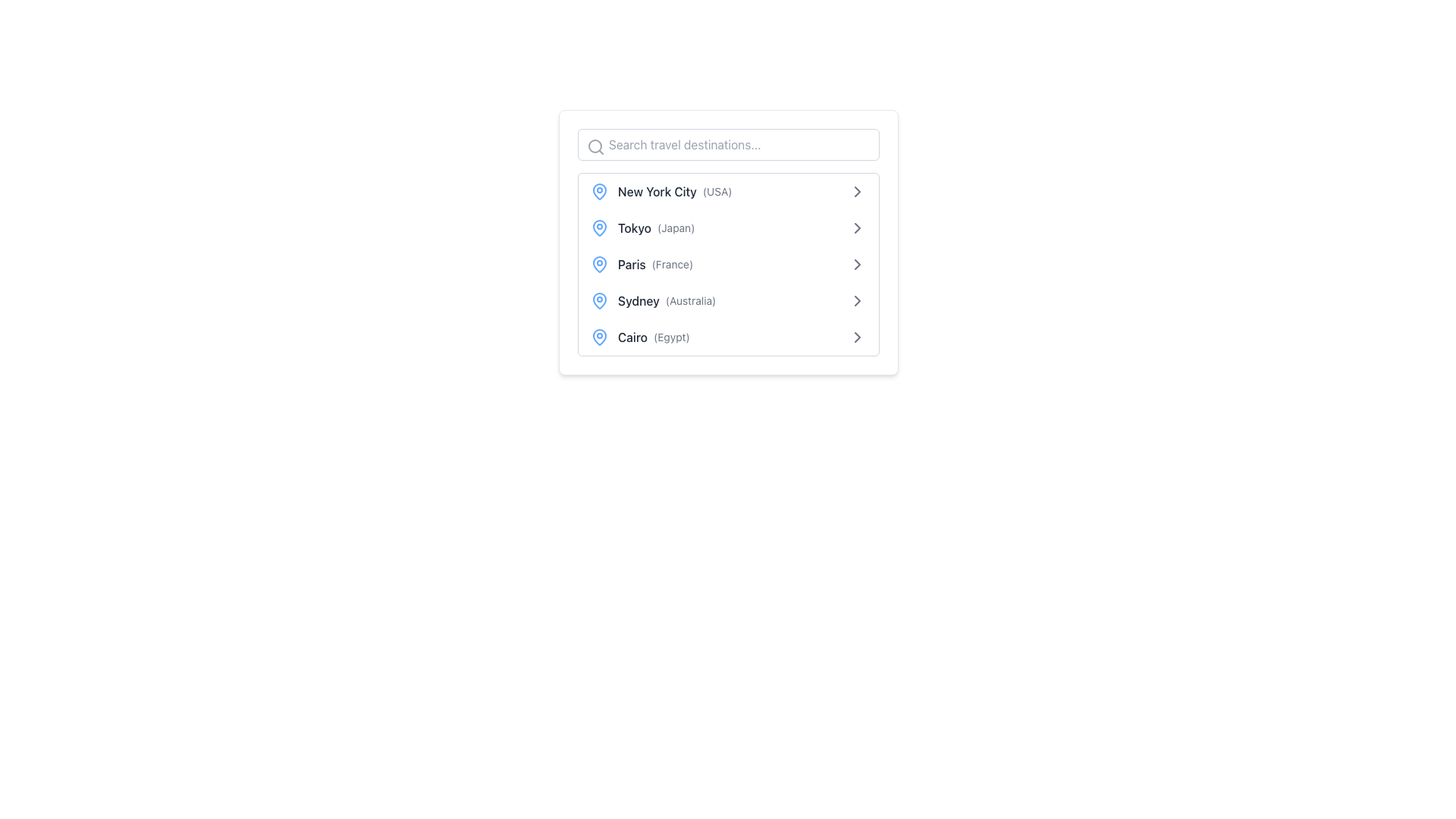  Describe the element at coordinates (858, 336) in the screenshot. I see `the right-facing chevron arrow located at the right end of the 'Cairo (Egypt)' entry in the vertical list of items` at that location.